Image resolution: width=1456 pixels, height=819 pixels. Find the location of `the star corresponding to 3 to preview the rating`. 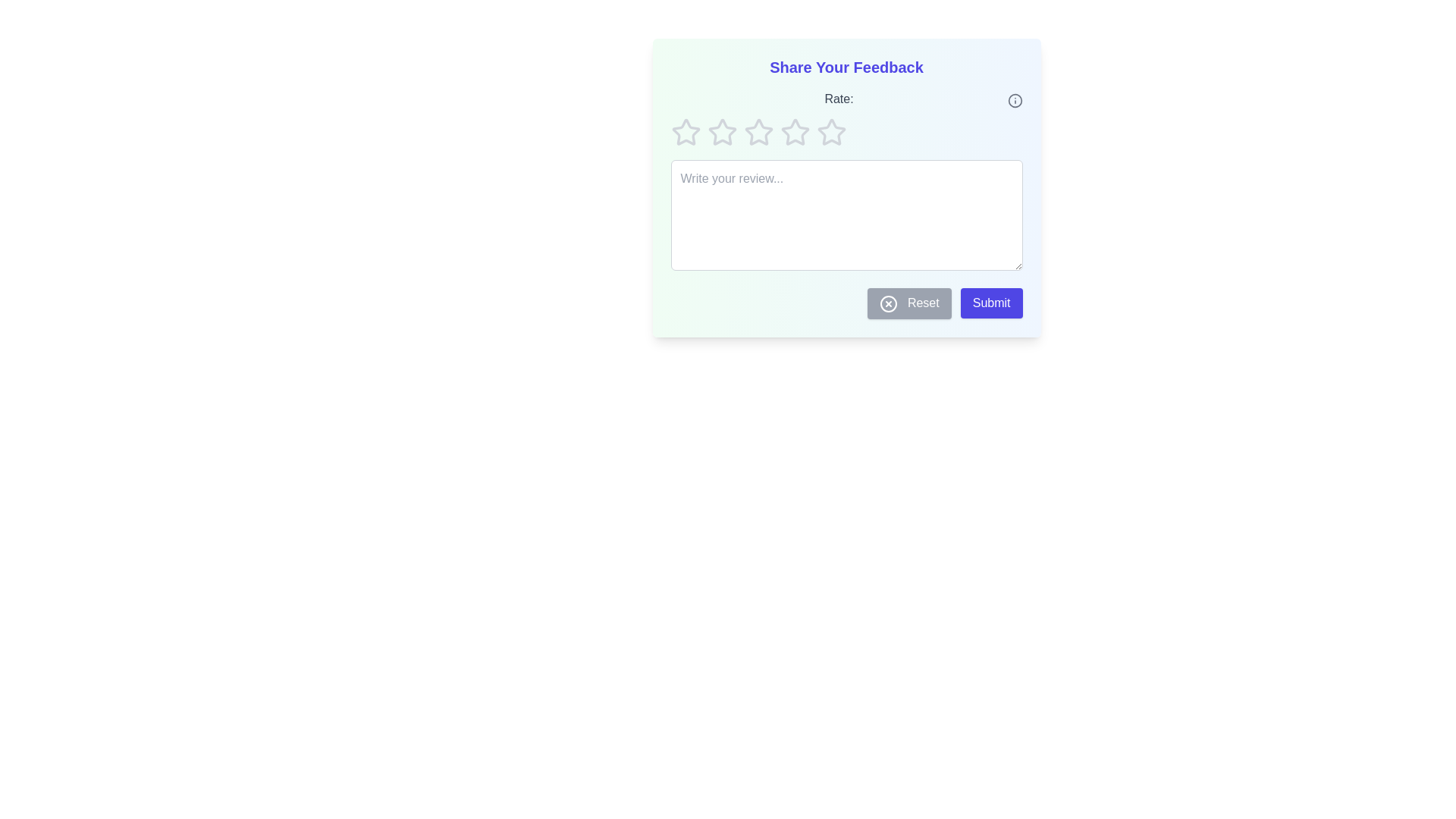

the star corresponding to 3 to preview the rating is located at coordinates (758, 131).